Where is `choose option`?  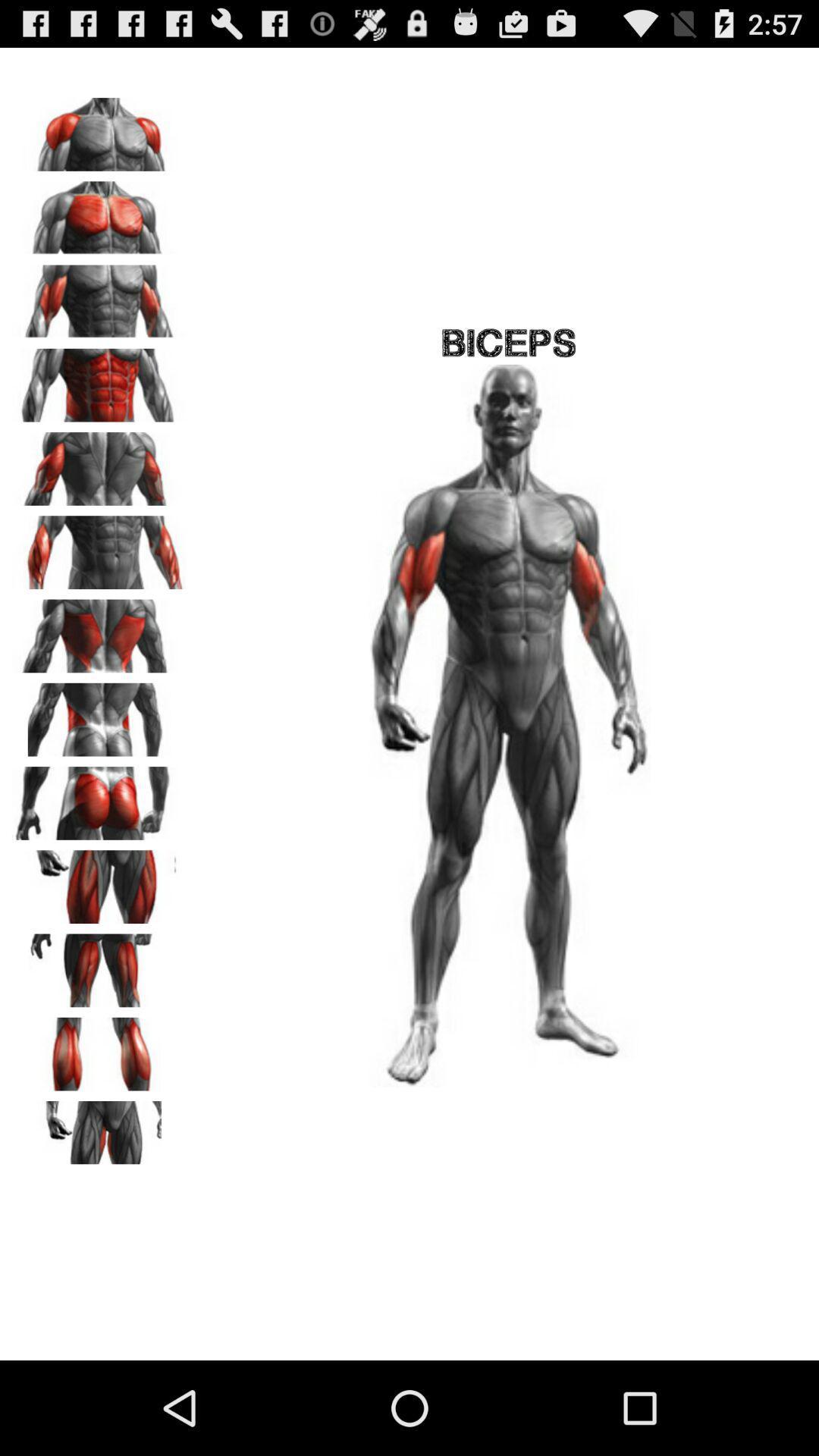
choose option is located at coordinates (99, 380).